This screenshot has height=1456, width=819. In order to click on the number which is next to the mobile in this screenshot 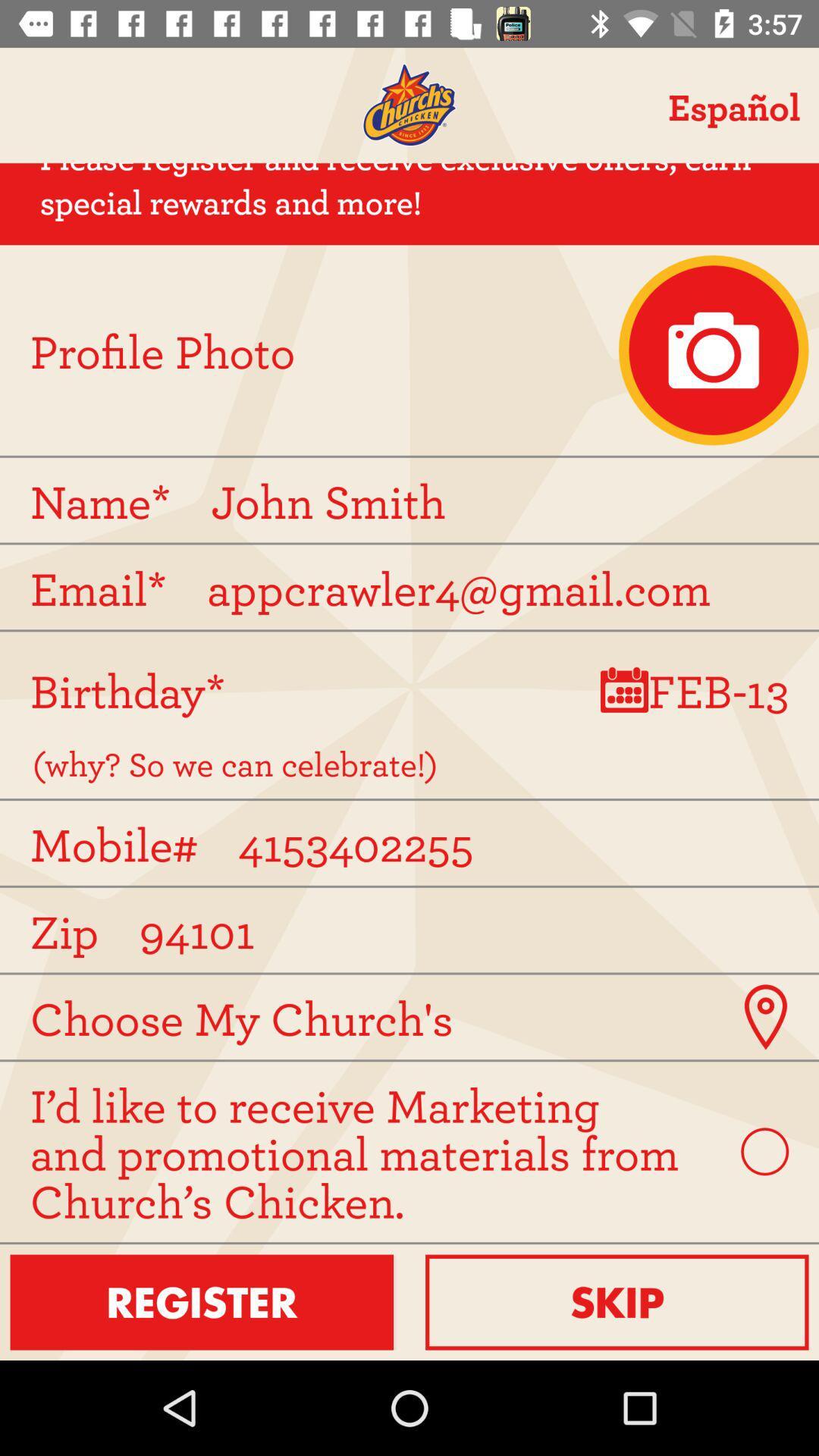, I will do `click(508, 843)`.